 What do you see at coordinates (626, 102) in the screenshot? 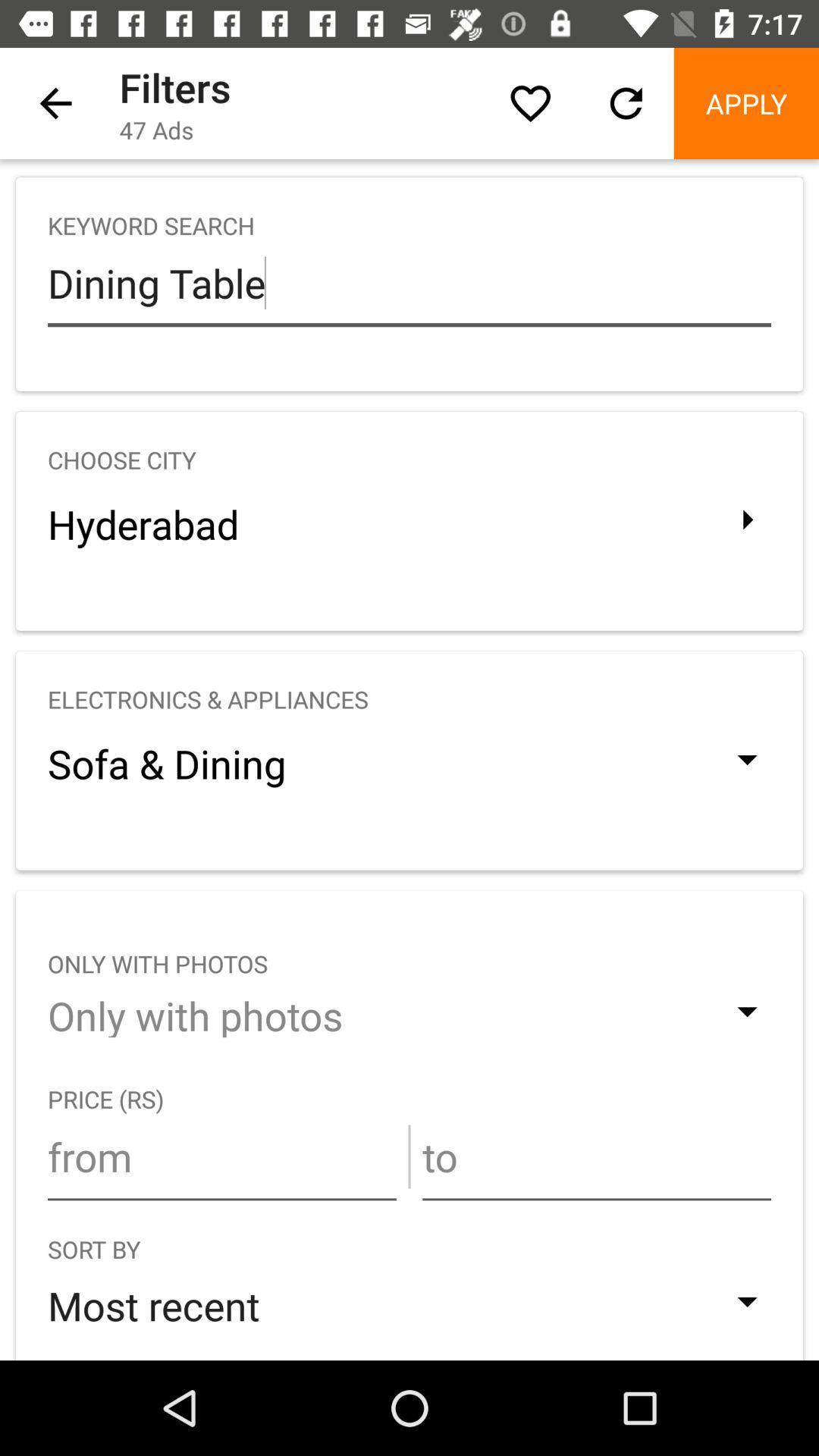
I see `the icon above the keyword search` at bounding box center [626, 102].